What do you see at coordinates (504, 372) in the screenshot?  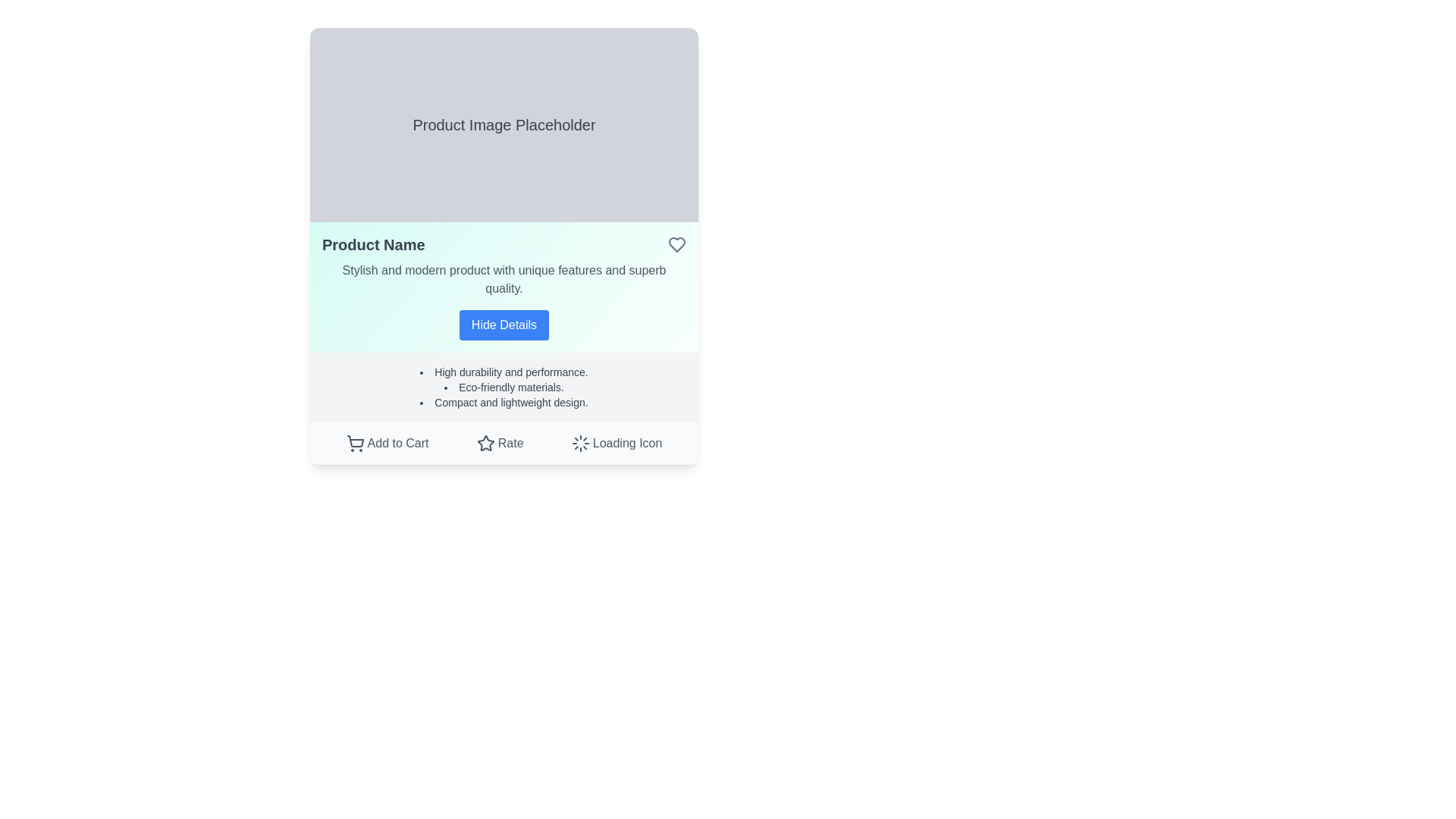 I see `the first bullet point in the product information panel that describes durability and performance, located below the 'Hide Details' button` at bounding box center [504, 372].